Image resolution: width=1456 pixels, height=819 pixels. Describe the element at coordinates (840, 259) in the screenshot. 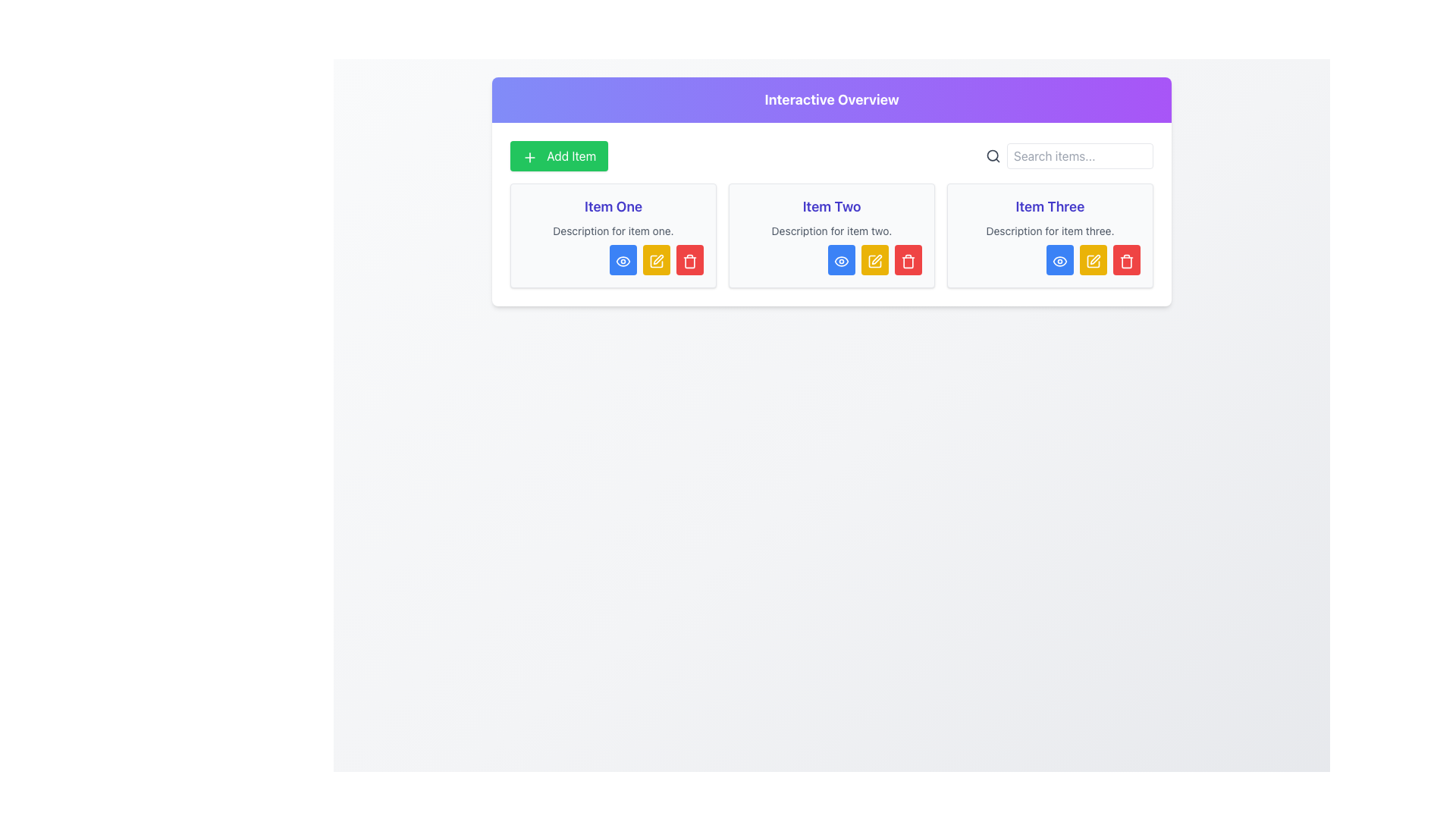

I see `the eye icon button located below the 'Item Two' section` at that location.